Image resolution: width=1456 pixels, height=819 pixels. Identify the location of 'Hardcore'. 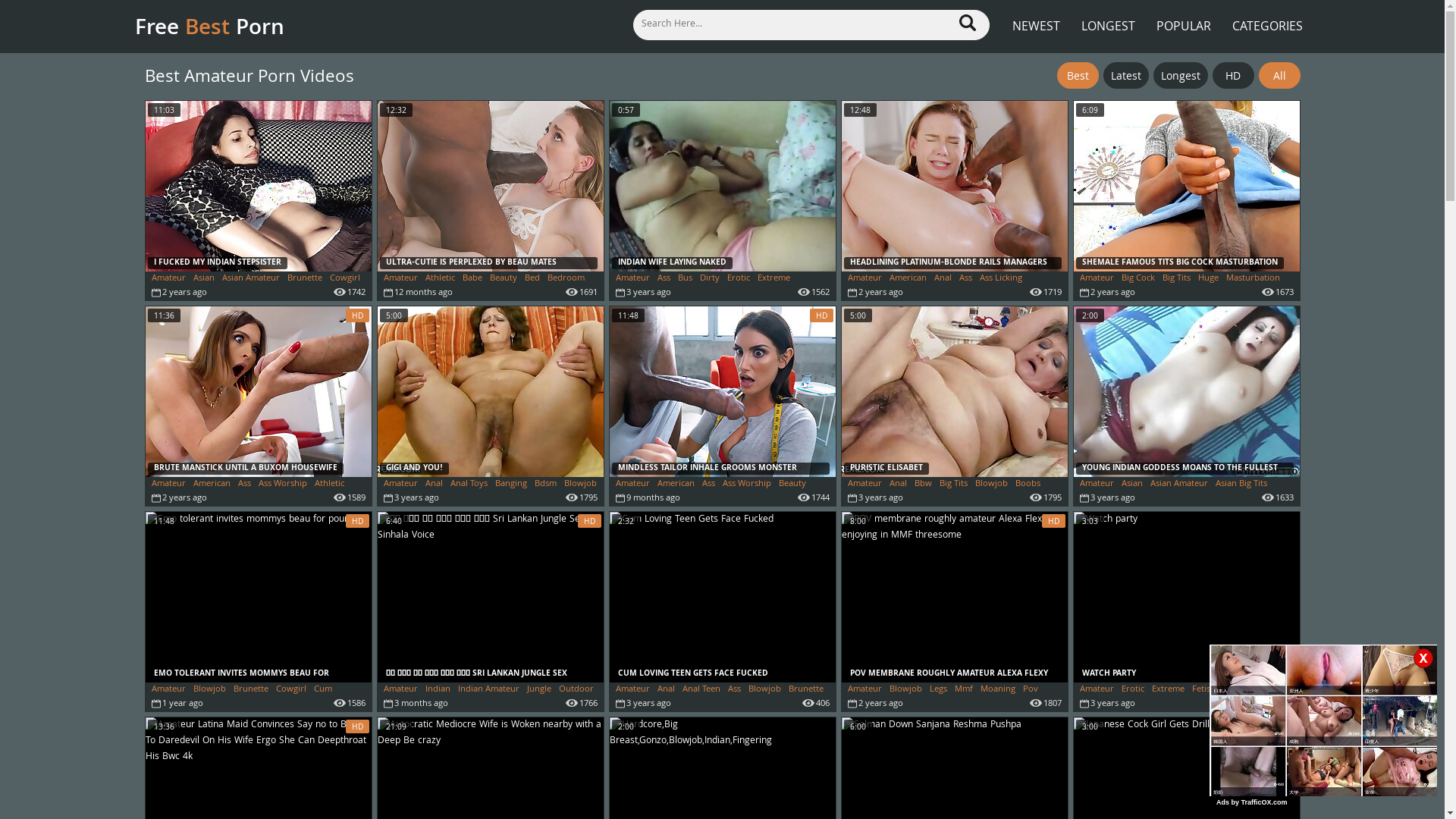
(170, 291).